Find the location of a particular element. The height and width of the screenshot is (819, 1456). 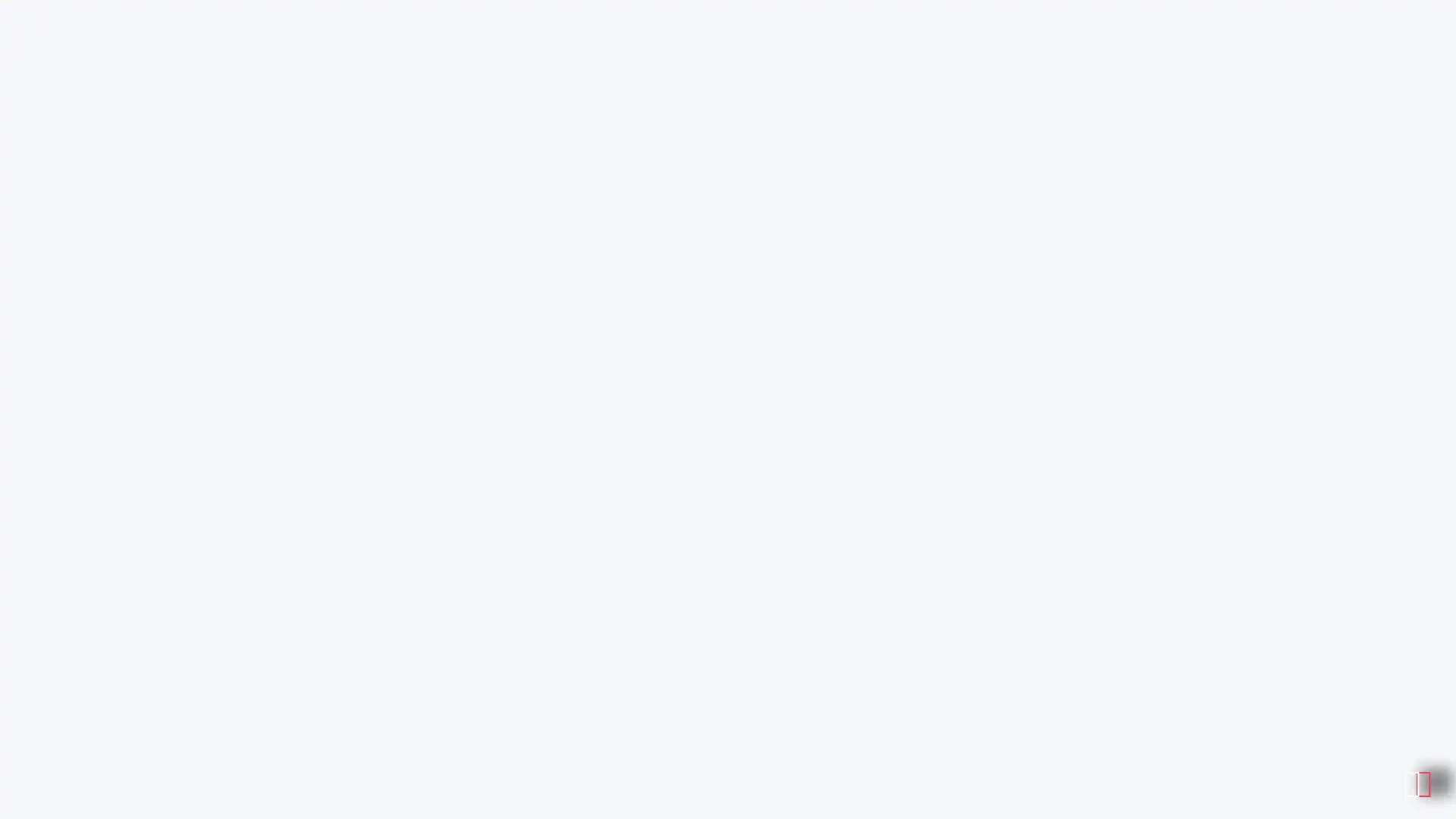

Open is located at coordinates (1410, 778).